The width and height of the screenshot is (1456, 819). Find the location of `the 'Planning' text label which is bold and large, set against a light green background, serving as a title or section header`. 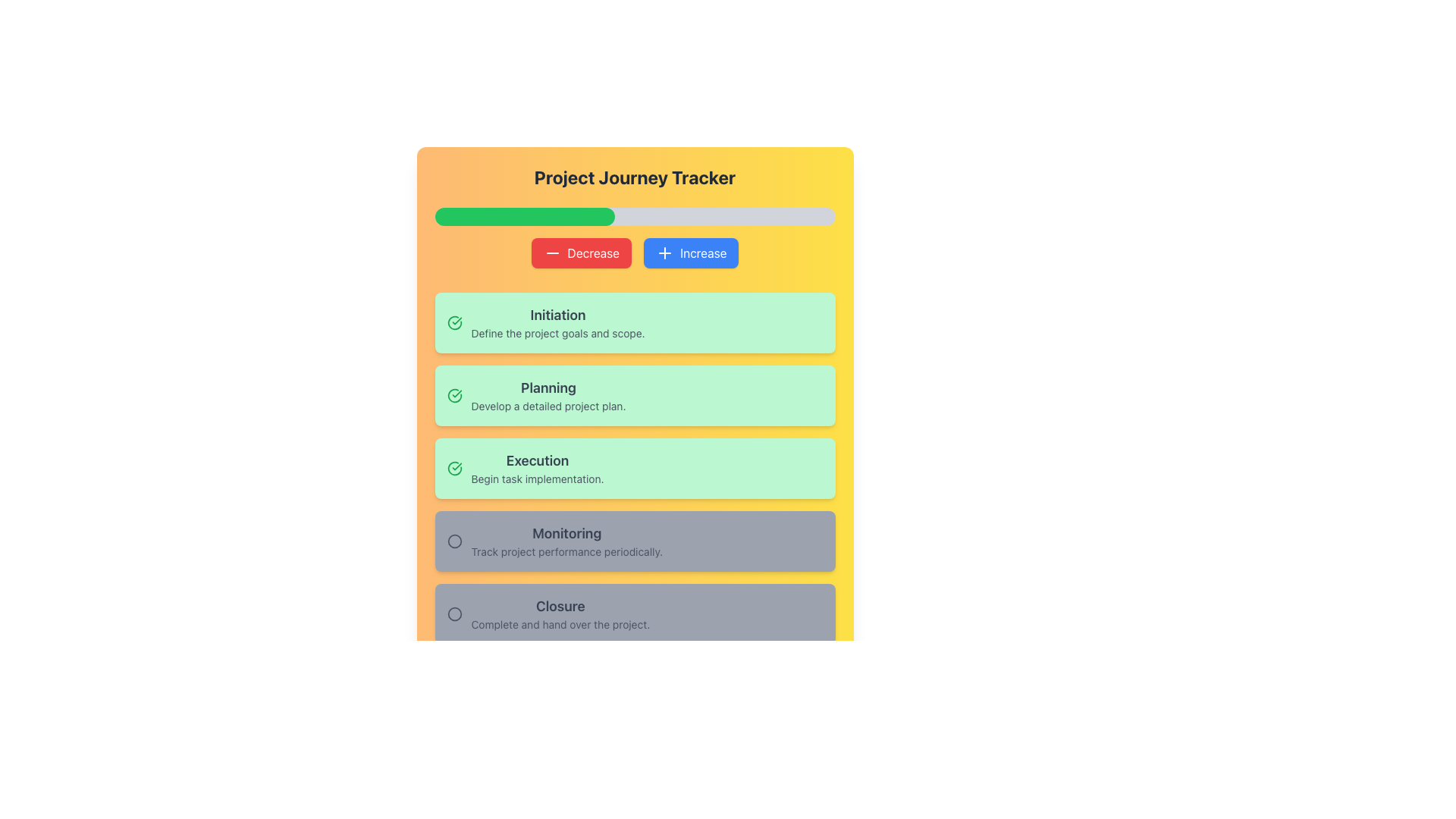

the 'Planning' text label which is bold and large, set against a light green background, serving as a title or section header is located at coordinates (548, 388).